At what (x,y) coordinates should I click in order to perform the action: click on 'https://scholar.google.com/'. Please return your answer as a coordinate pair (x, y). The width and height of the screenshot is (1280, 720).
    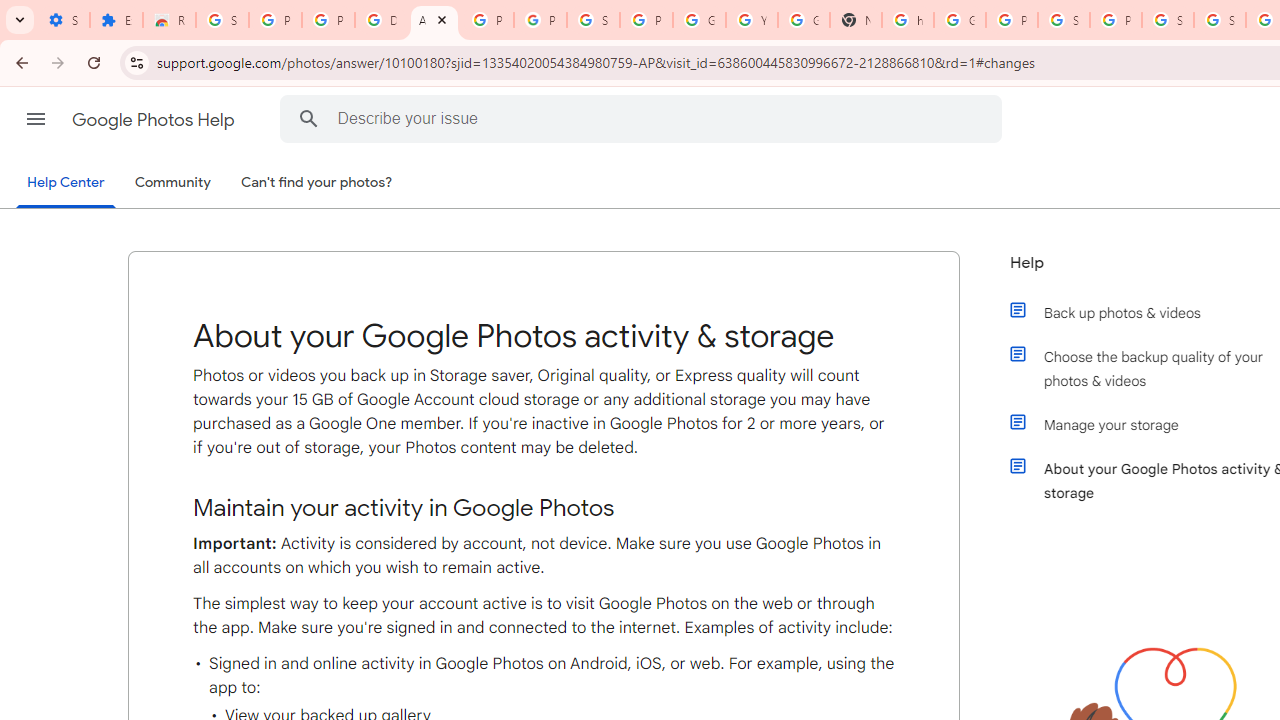
    Looking at the image, I should click on (907, 20).